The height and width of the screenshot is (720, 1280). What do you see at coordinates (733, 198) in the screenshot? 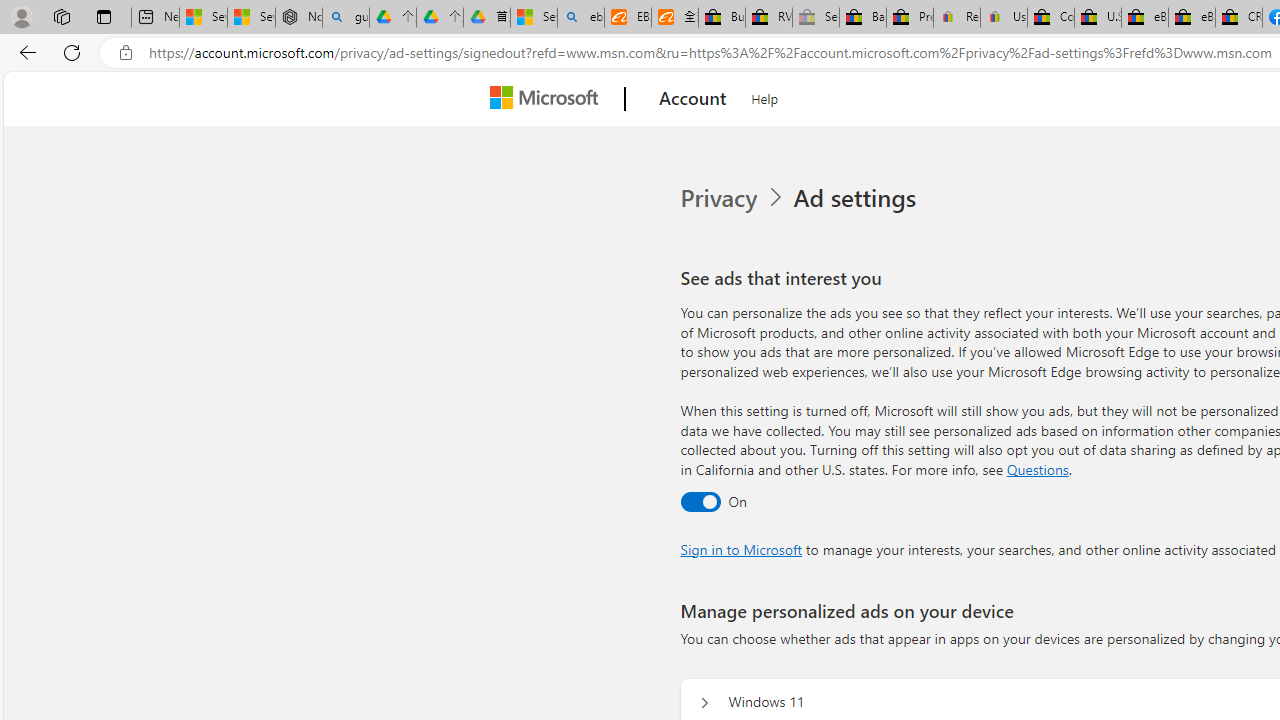
I see `'Privacy'` at bounding box center [733, 198].